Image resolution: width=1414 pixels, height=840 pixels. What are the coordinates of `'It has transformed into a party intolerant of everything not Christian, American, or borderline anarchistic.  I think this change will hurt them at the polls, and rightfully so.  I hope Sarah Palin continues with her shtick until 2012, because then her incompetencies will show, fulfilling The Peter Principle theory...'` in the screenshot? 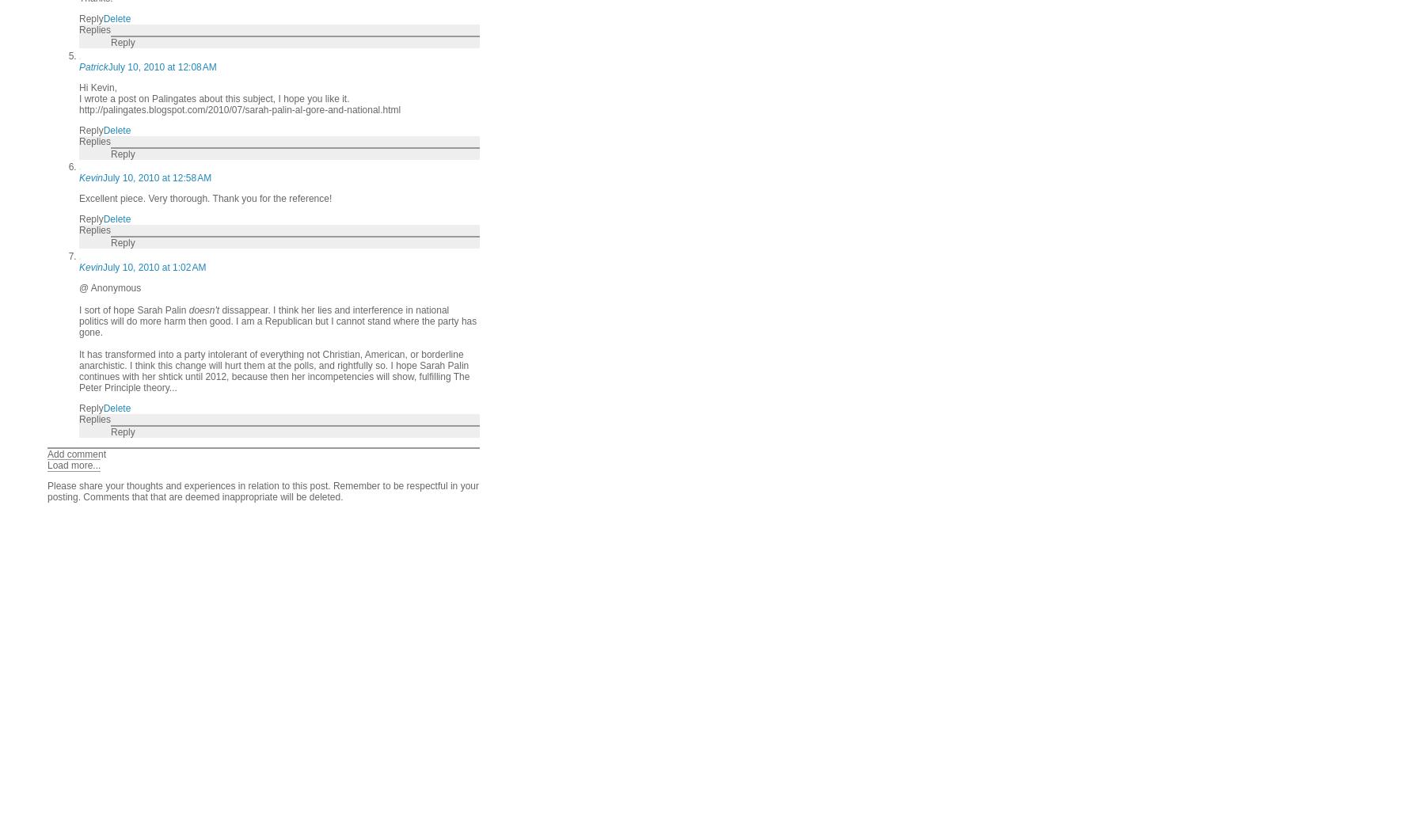 It's located at (274, 371).